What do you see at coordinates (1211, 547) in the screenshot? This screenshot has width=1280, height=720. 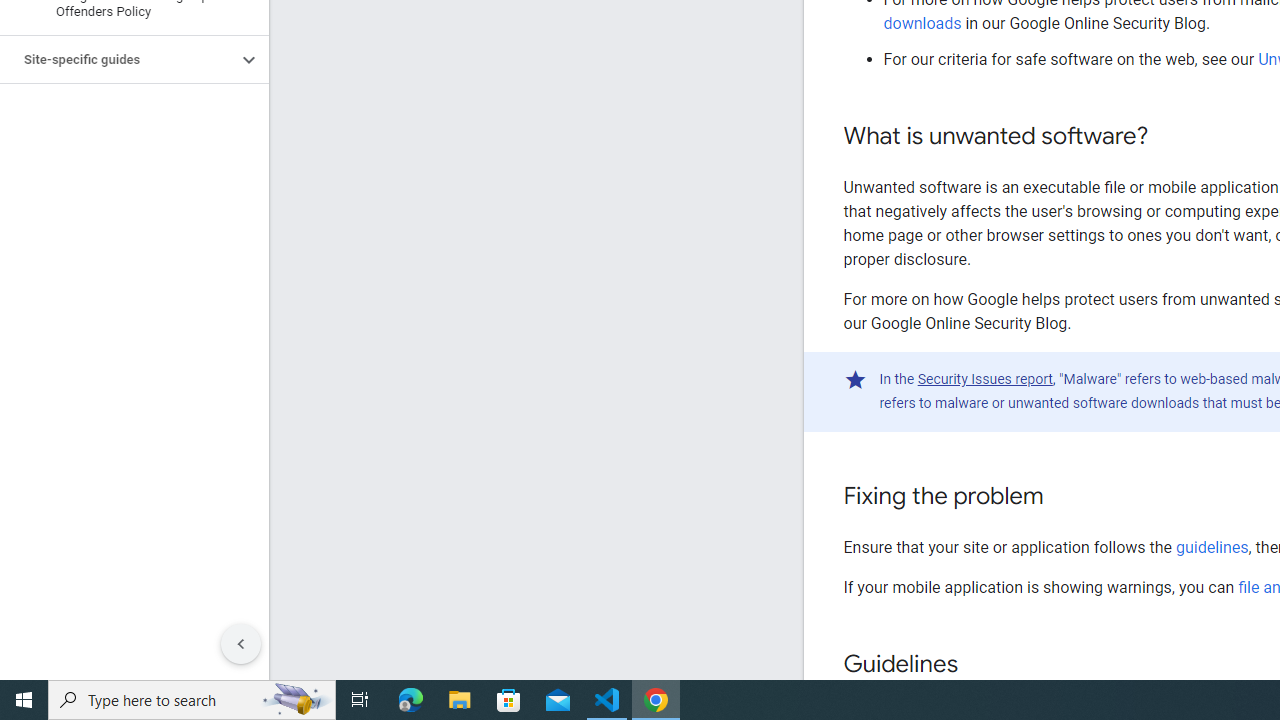 I see `'guidelines'` at bounding box center [1211, 547].